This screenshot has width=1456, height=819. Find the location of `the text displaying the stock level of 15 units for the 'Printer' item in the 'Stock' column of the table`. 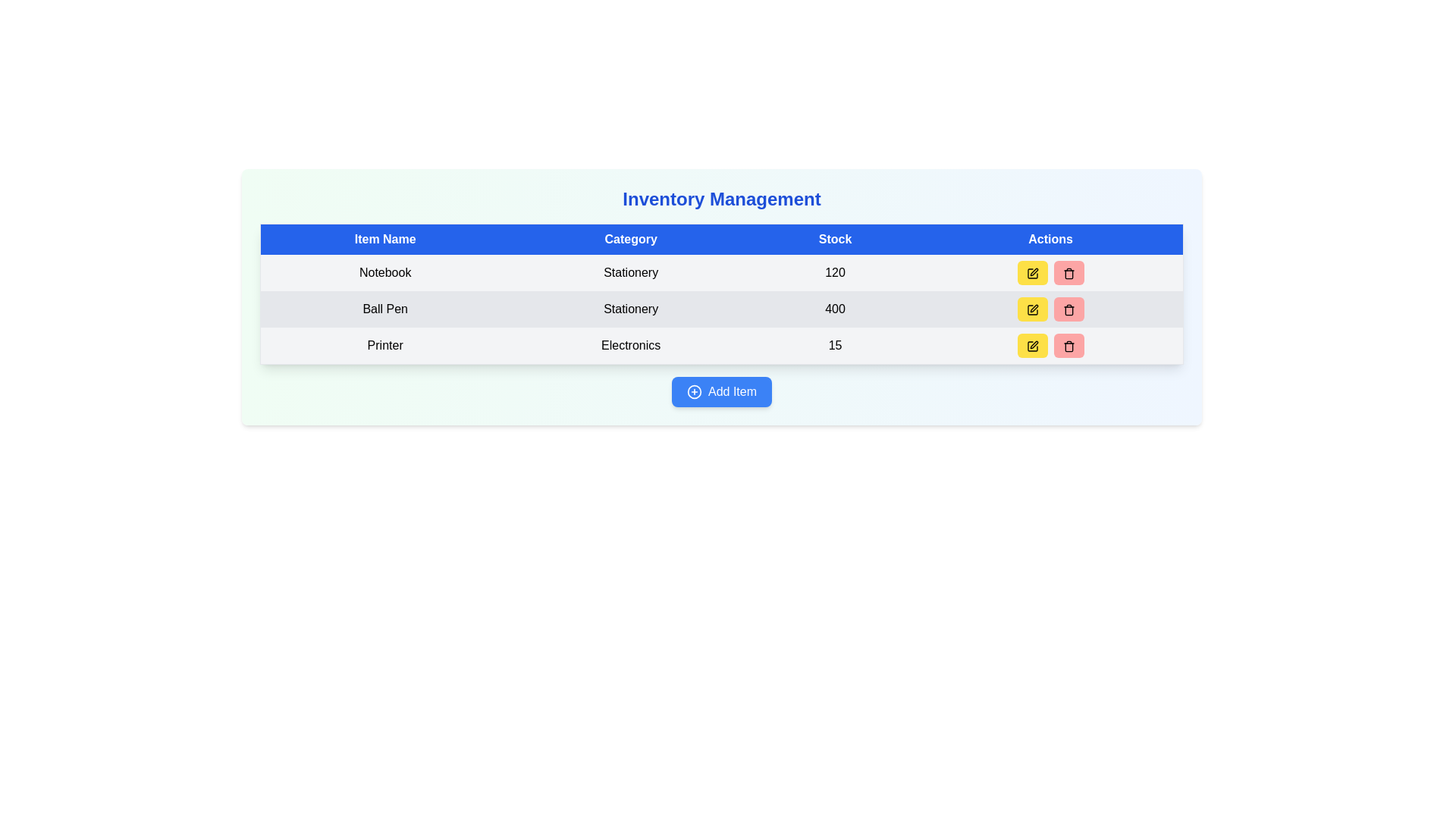

the text displaying the stock level of 15 units for the 'Printer' item in the 'Stock' column of the table is located at coordinates (834, 346).